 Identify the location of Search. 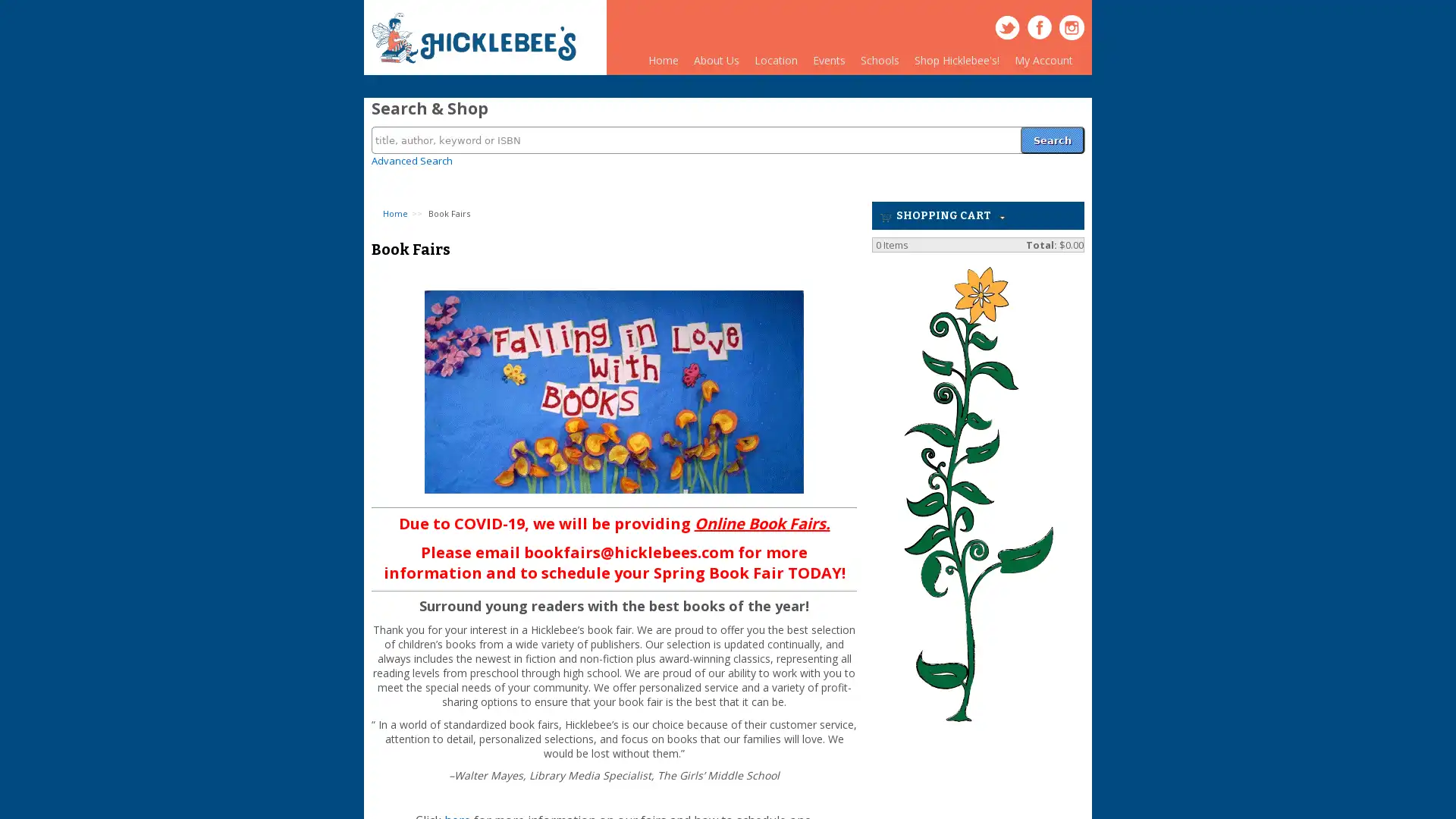
(1051, 130).